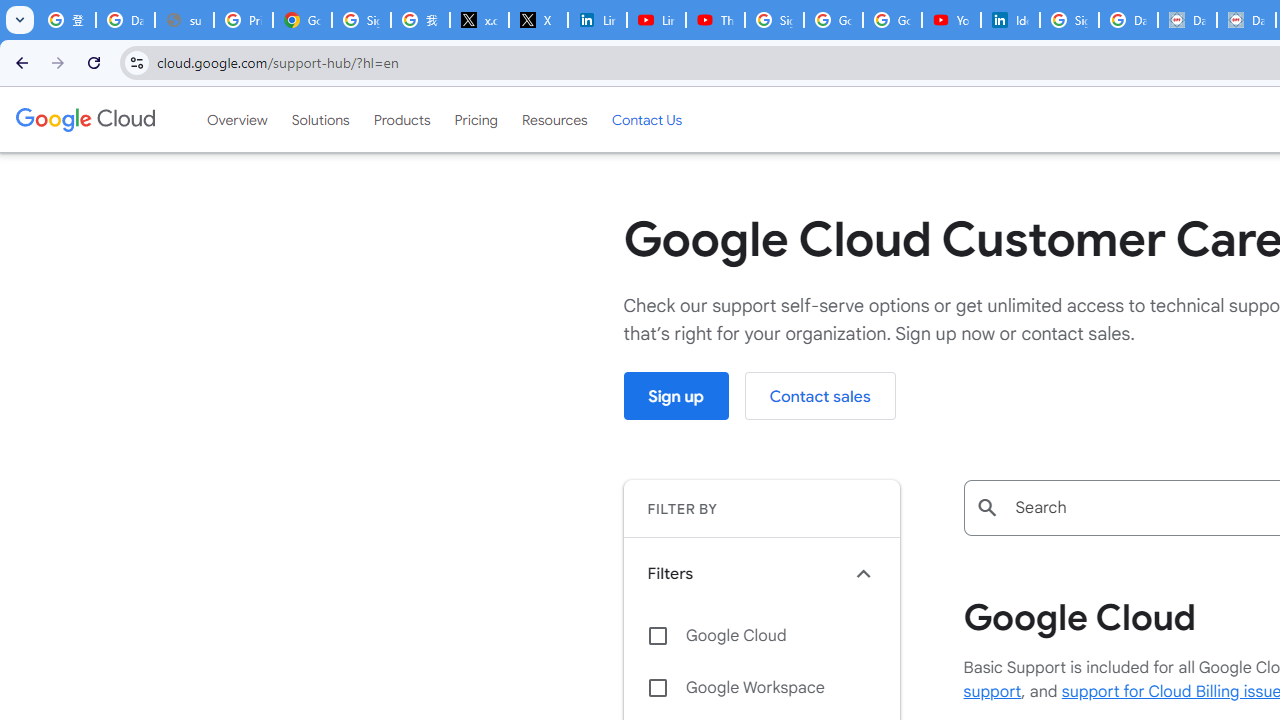 The image size is (1280, 720). I want to click on 'LinkedIn Privacy Policy', so click(596, 20).